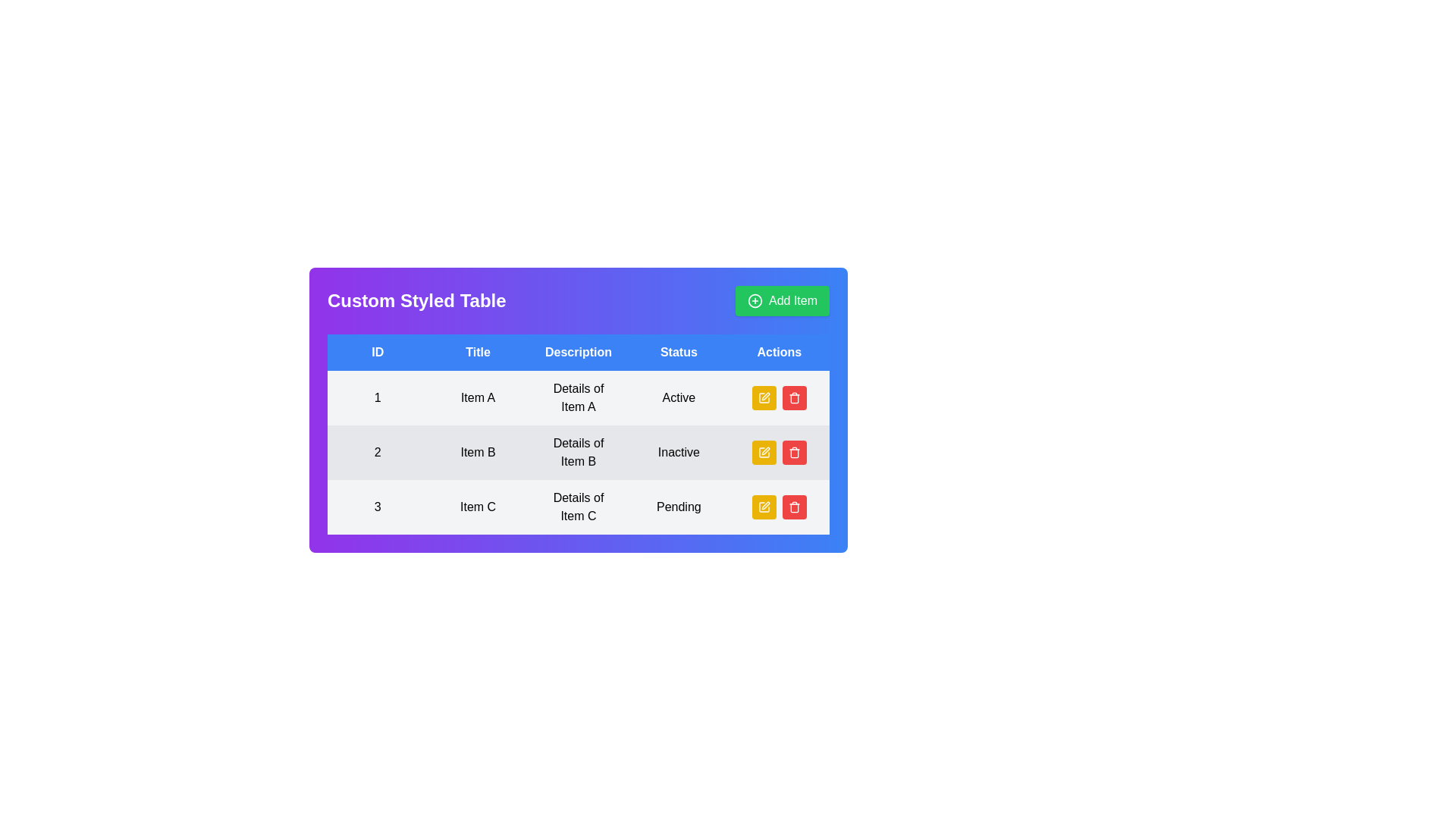  I want to click on style or attributes of the first column header cell of the table, which serves as a unique identifier for items within the table, so click(378, 353).